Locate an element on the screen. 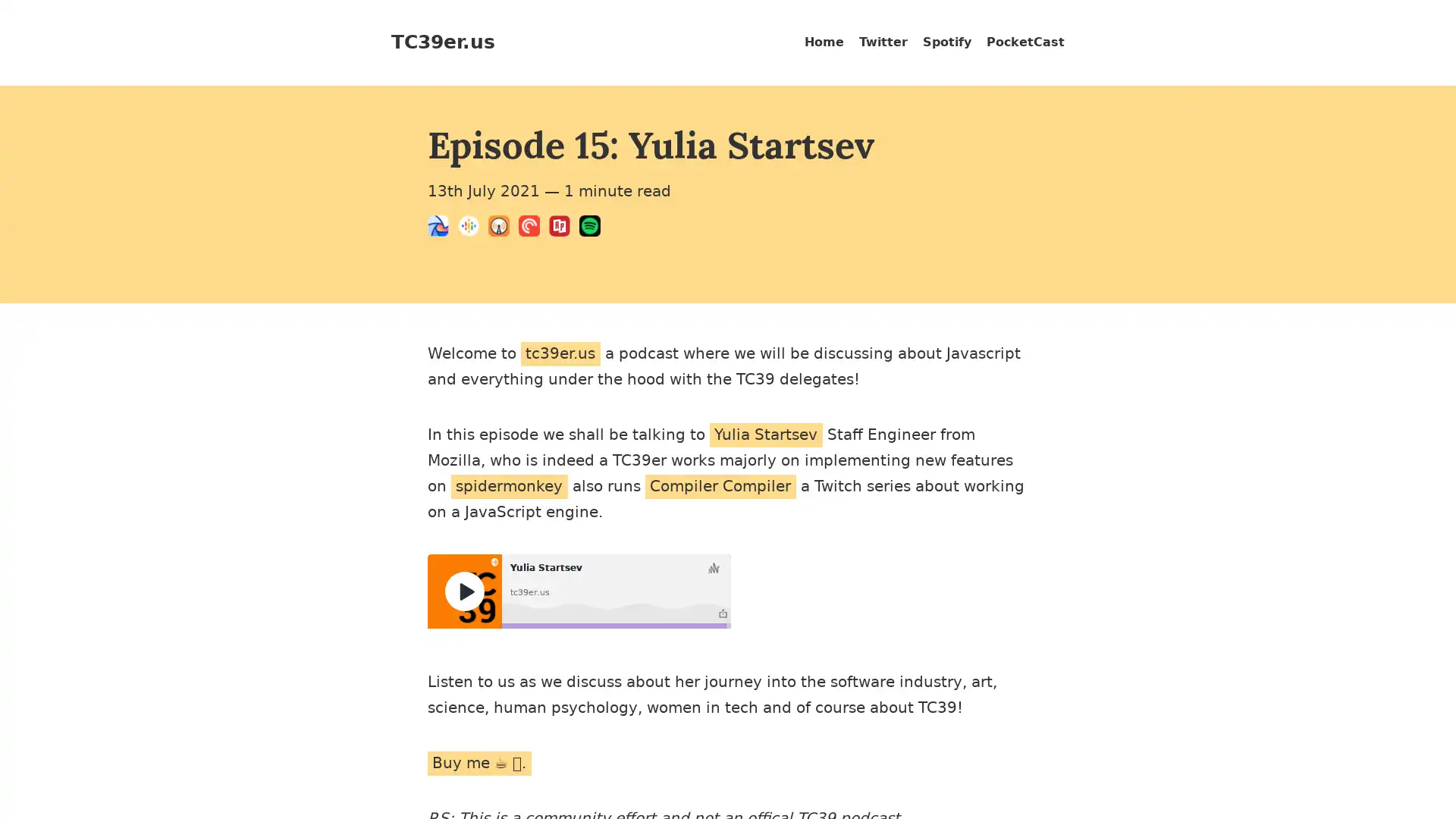 The image size is (1456, 819). Overcast Logo is located at coordinates (503, 228).